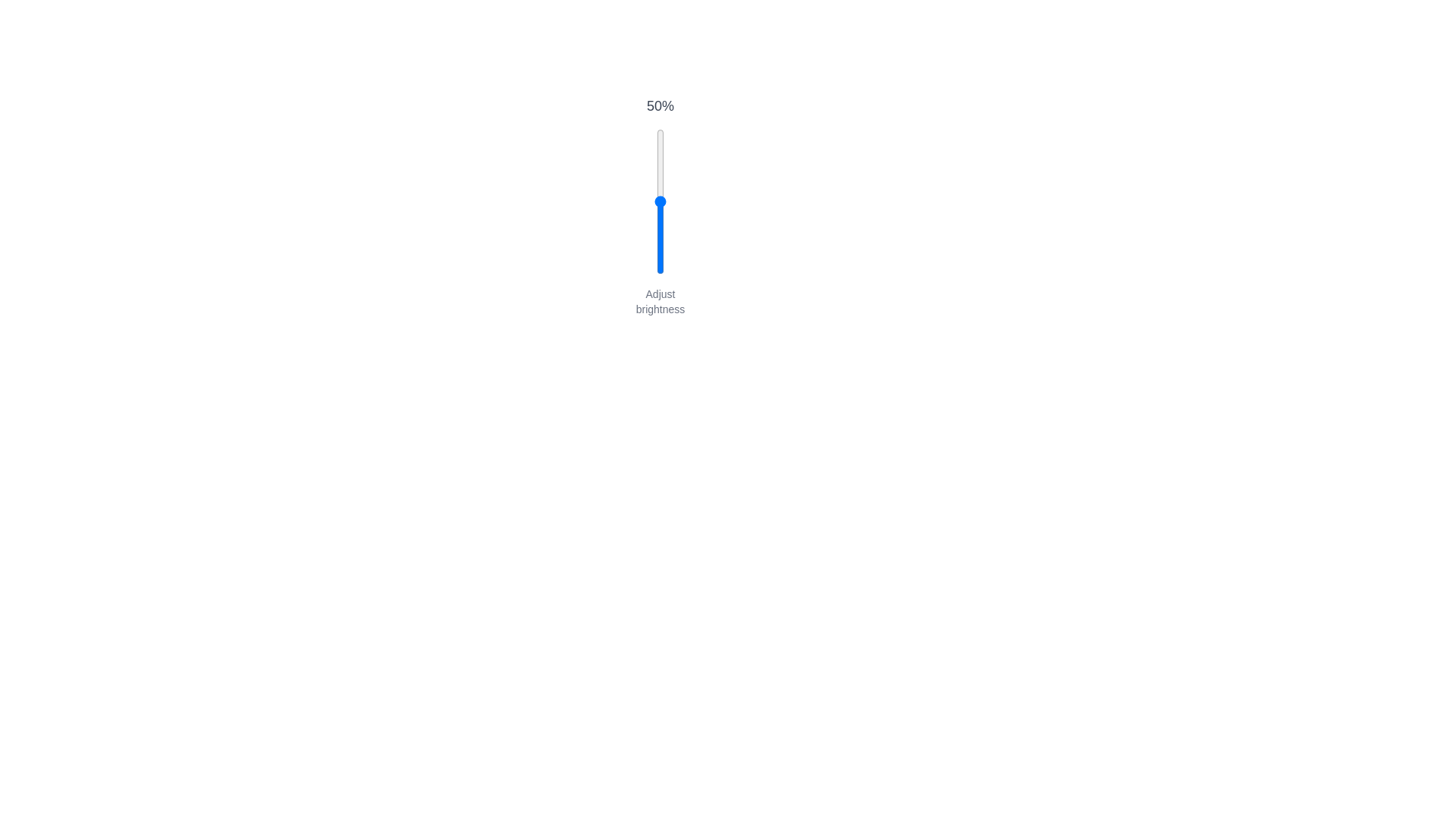 The image size is (1456, 819). I want to click on brightness, so click(660, 250).